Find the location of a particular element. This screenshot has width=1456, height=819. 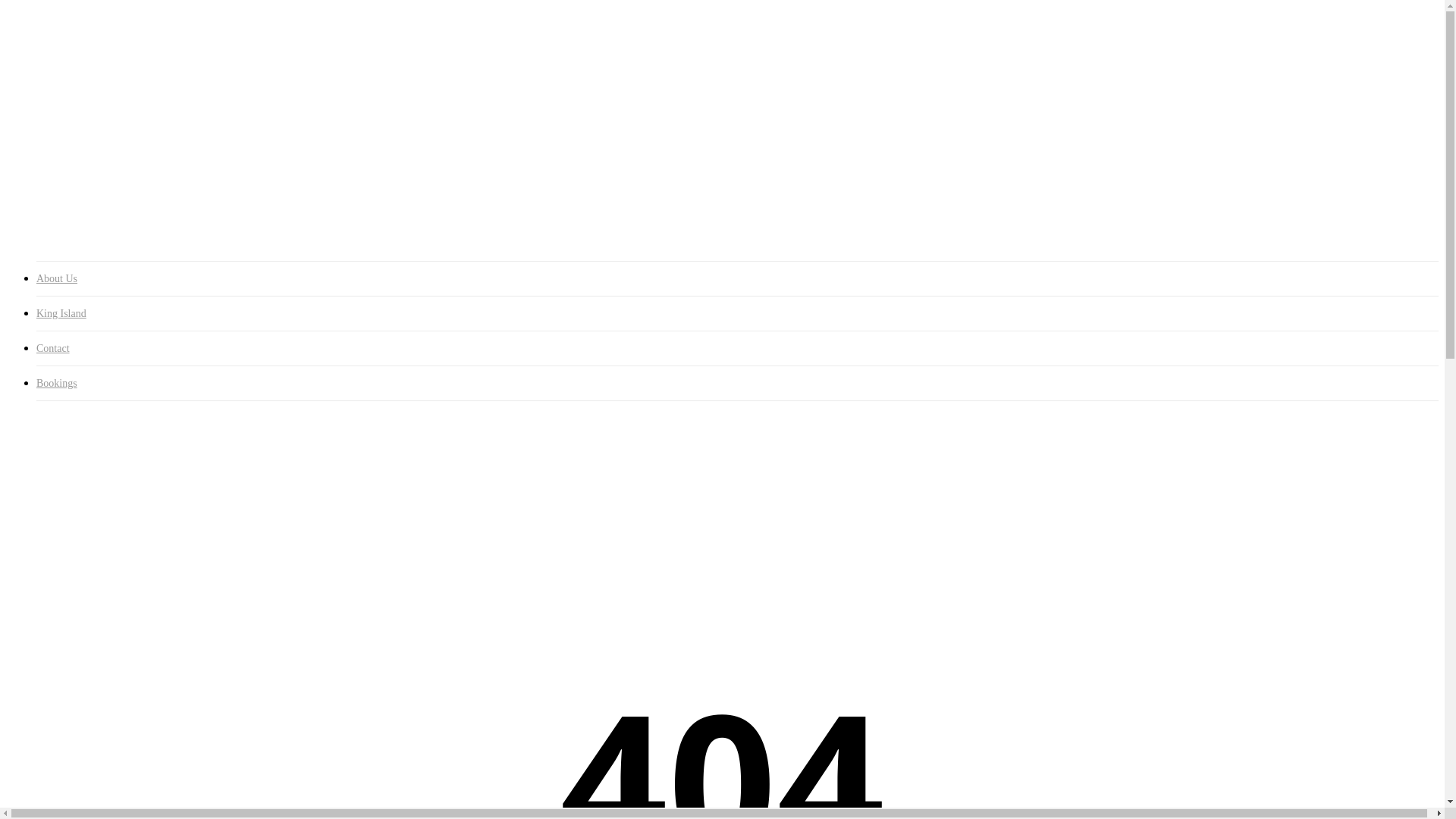

'King Island' is located at coordinates (36, 312).